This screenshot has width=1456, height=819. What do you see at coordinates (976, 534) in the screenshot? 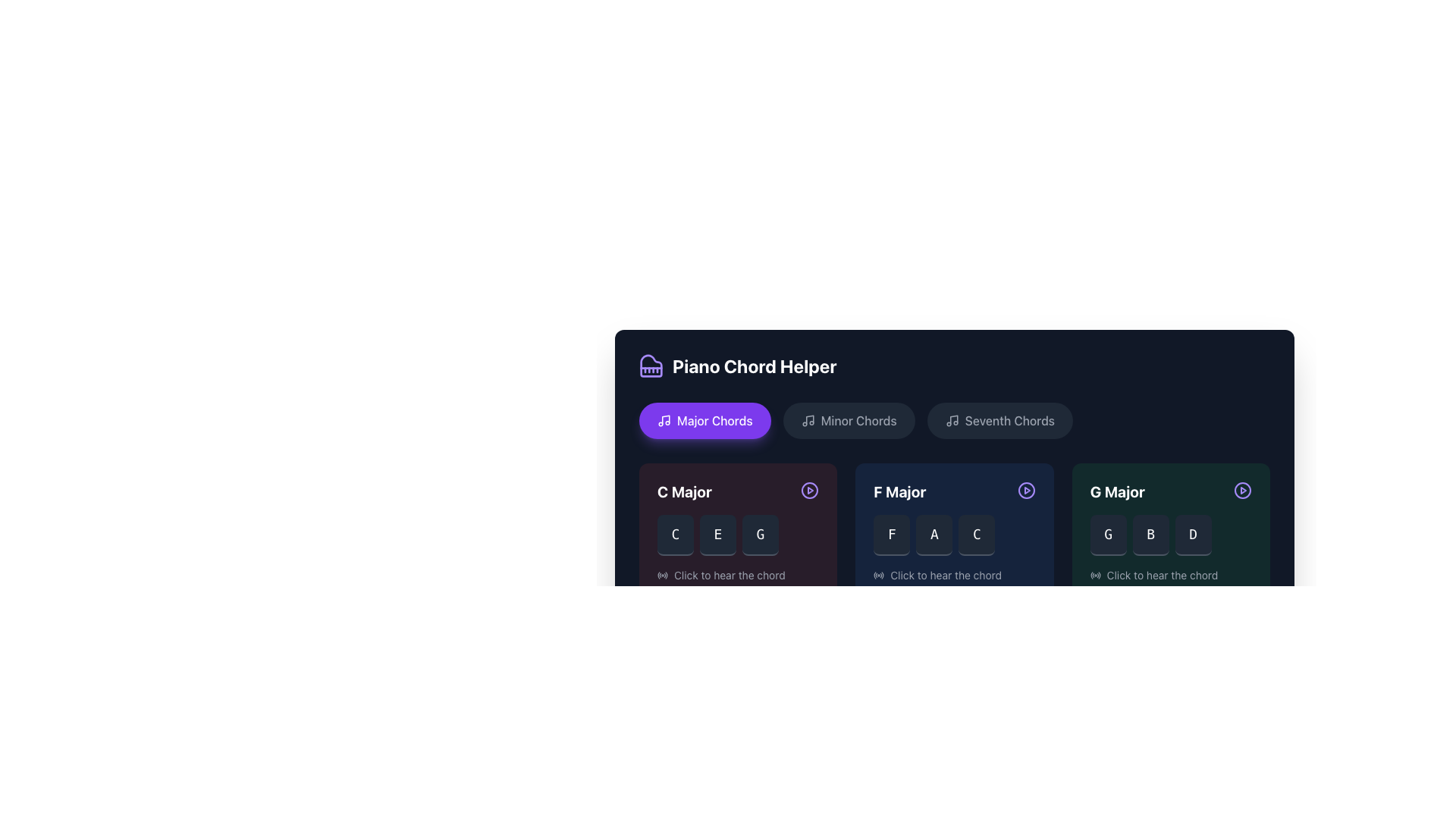
I see `the dark gray button labeled 'C' with a white letter 'C' centered within it, located in the 'F Major' chord card` at bounding box center [976, 534].